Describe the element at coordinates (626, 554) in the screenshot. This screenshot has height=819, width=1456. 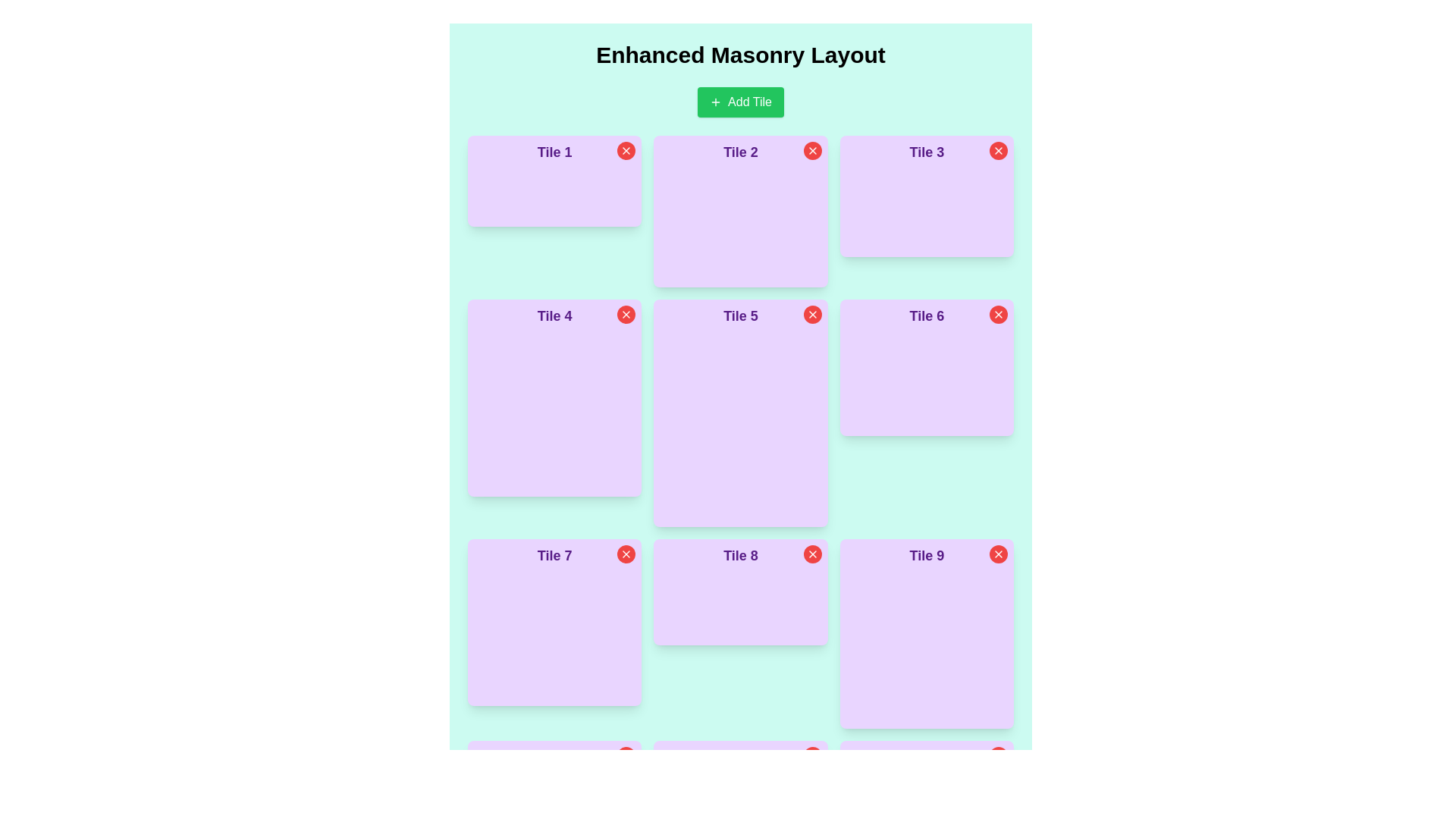
I see `the close button located in the top-right corner of the 'Tile 7' box` at that location.